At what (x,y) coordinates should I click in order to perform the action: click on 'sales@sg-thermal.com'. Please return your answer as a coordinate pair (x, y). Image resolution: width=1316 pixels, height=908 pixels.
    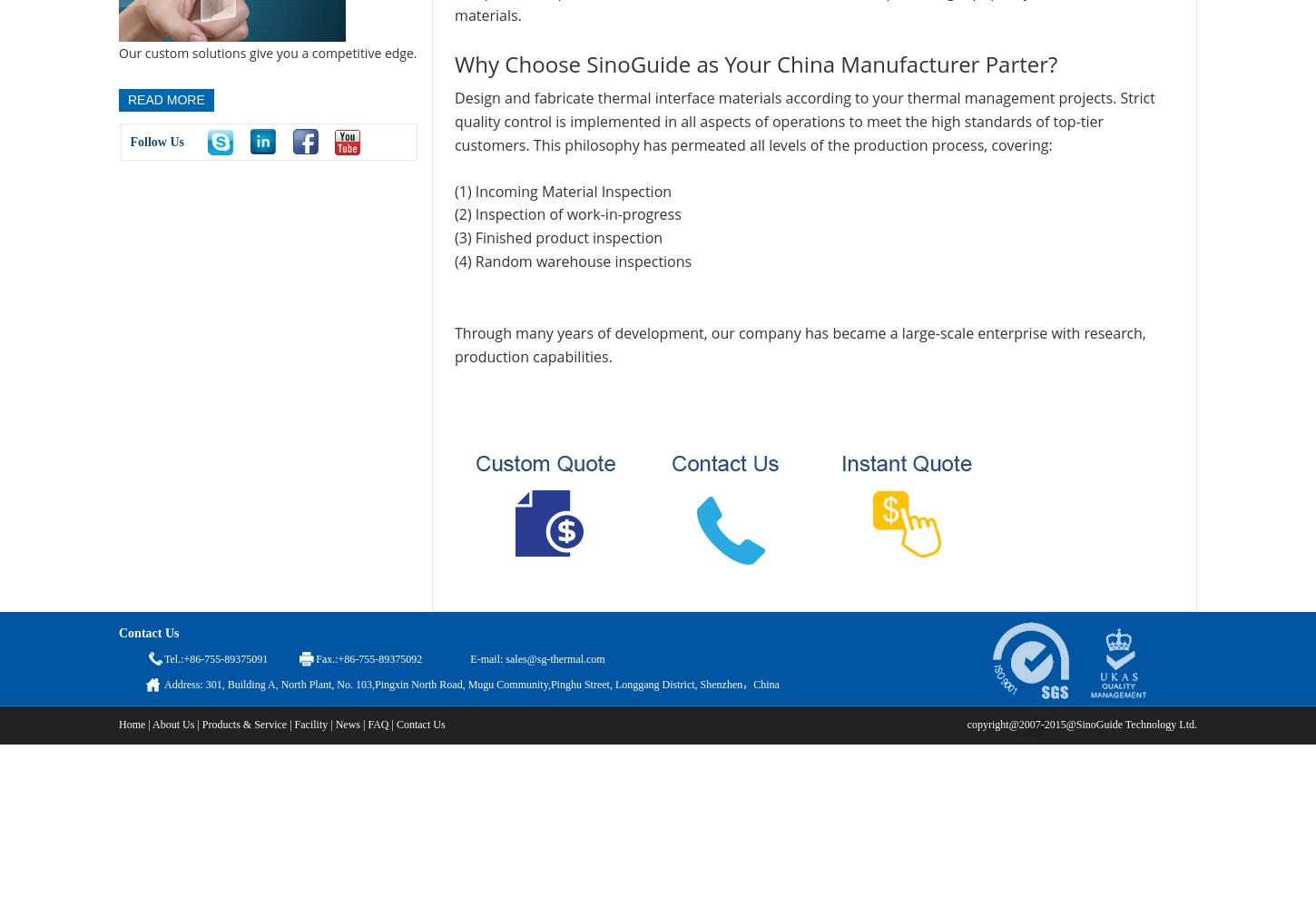
    Looking at the image, I should click on (554, 658).